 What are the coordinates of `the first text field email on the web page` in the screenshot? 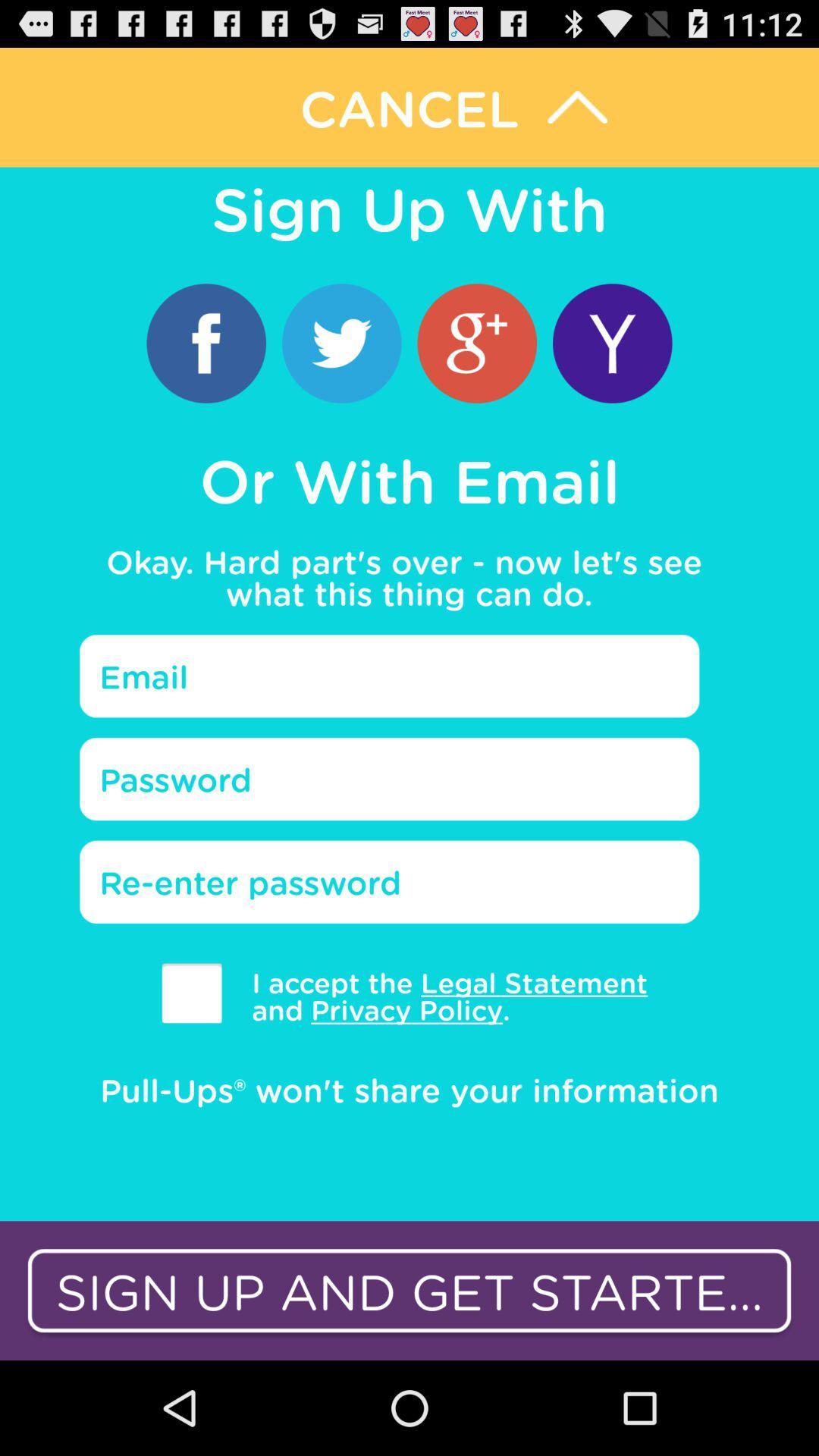 It's located at (388, 676).